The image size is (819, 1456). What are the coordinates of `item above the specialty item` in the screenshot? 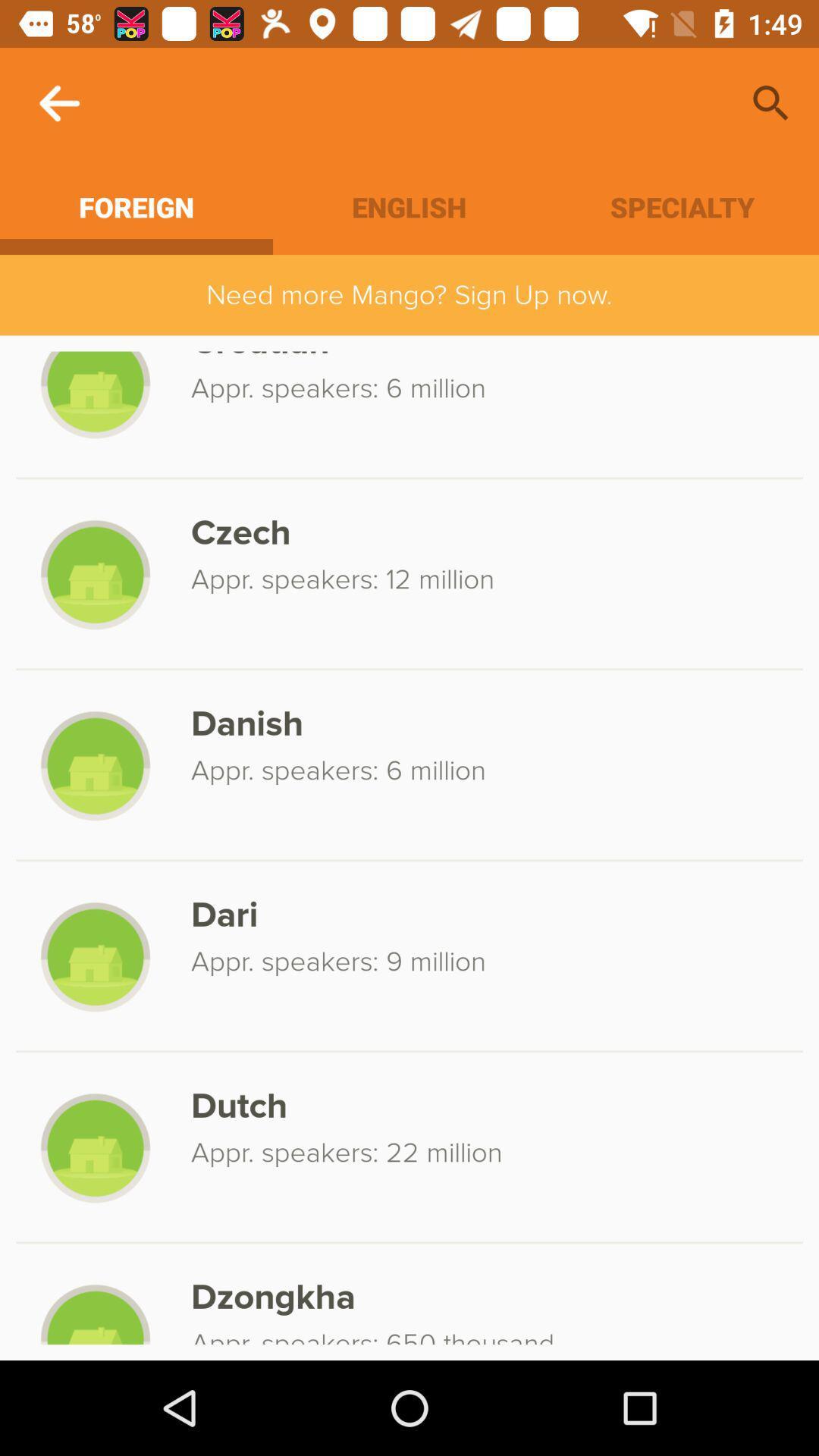 It's located at (771, 102).